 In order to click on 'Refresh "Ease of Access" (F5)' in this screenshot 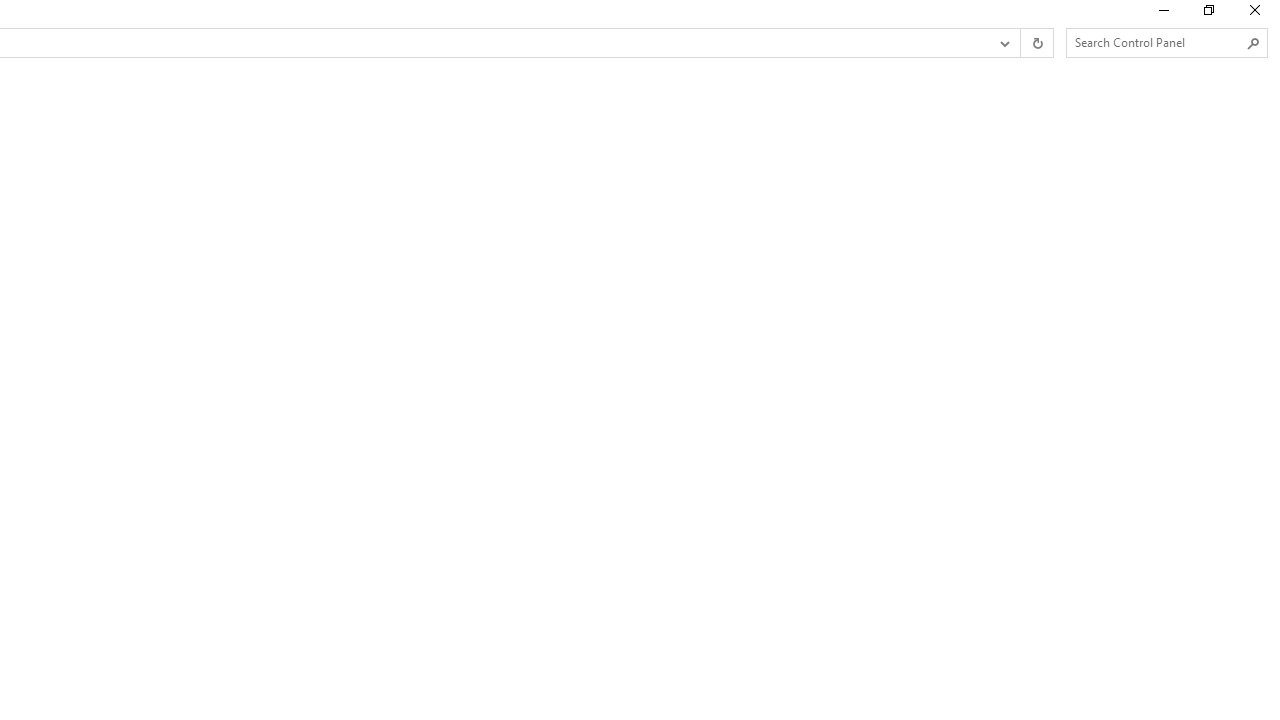, I will do `click(1036, 43)`.